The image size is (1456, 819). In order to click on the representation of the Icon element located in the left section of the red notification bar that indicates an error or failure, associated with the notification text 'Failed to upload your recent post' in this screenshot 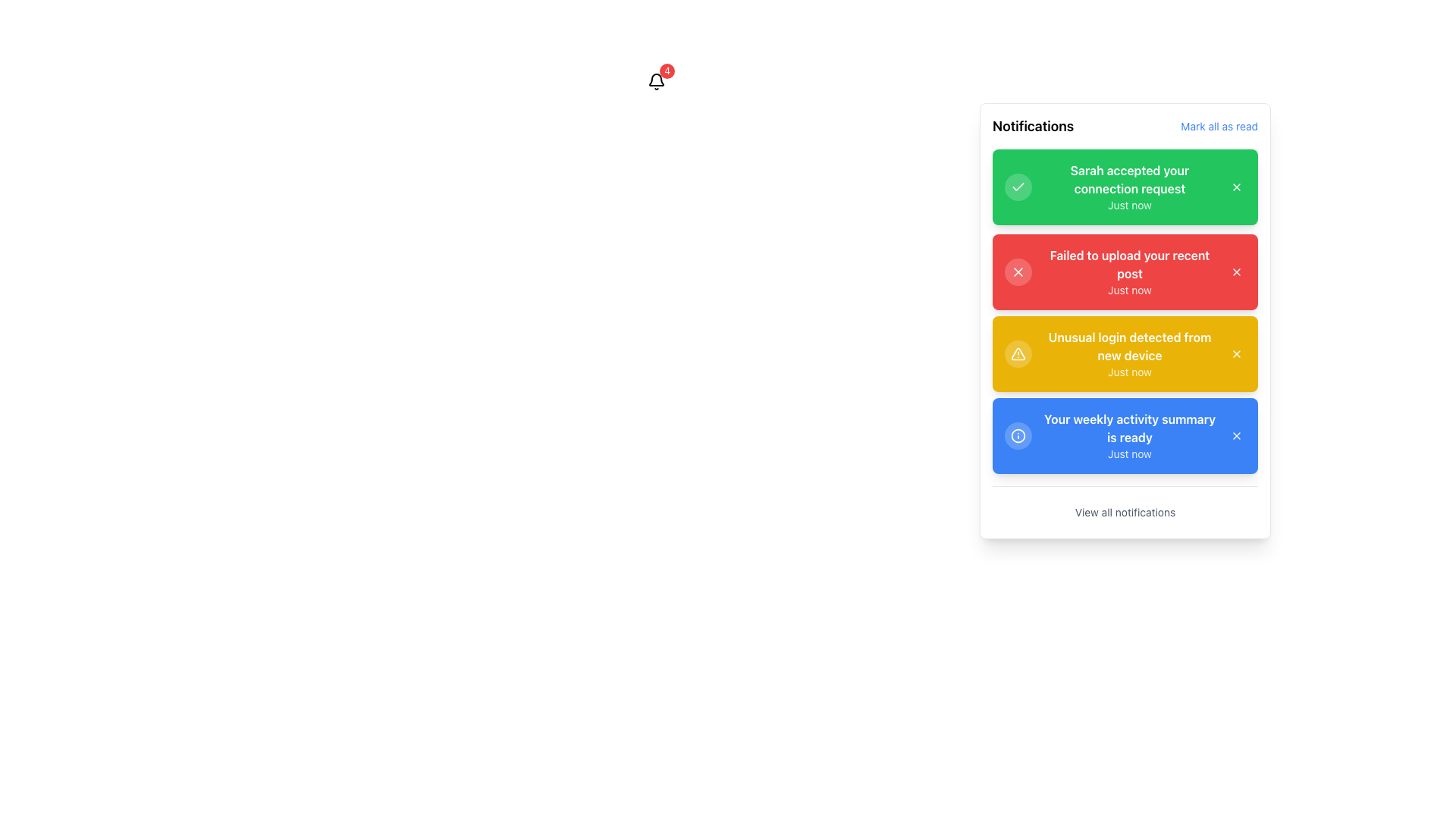, I will do `click(1018, 271)`.